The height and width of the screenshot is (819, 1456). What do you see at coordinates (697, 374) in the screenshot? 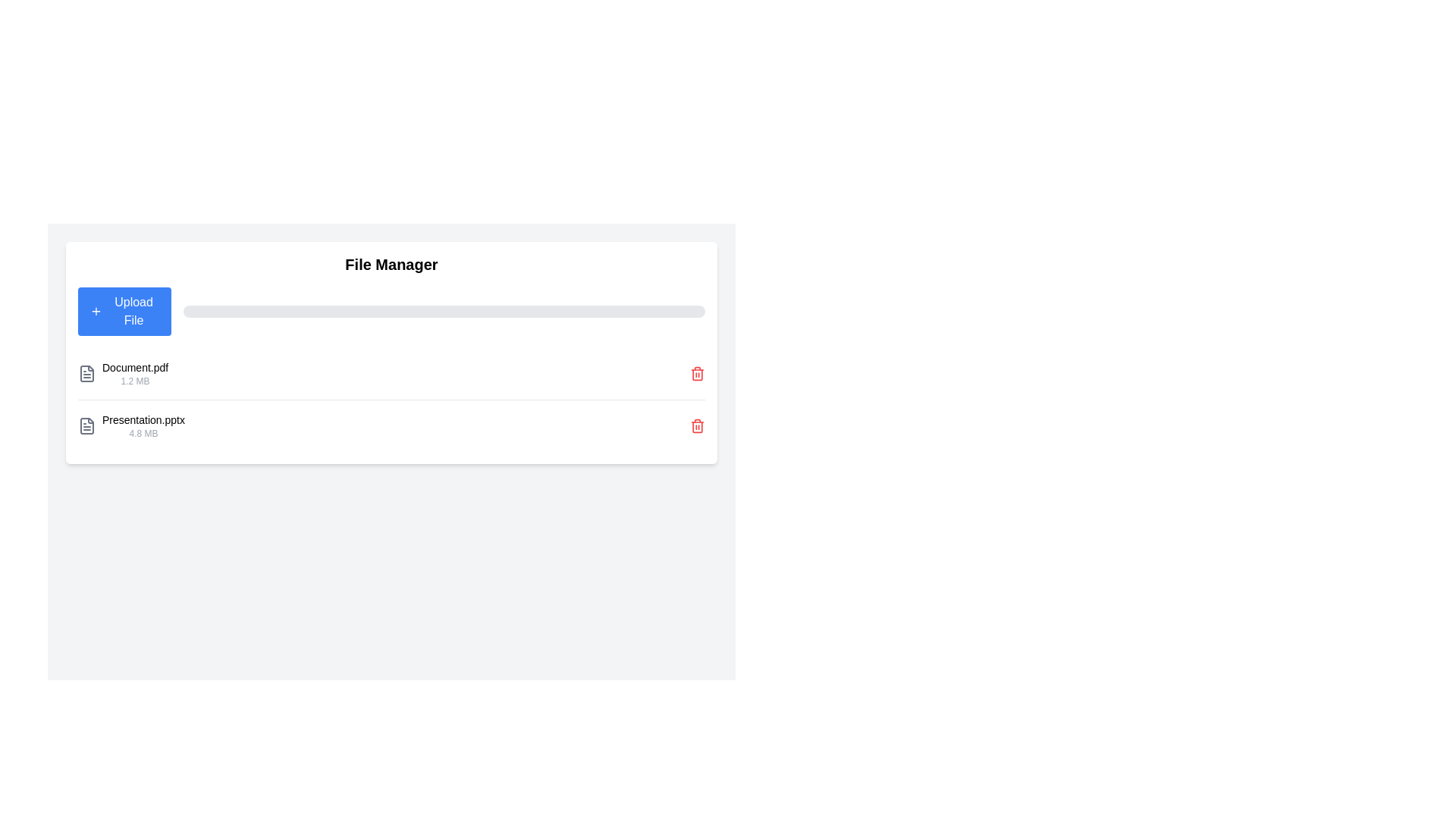
I see `the red trash icon button located at the far right of the file entry for 'Document.pdf'` at bounding box center [697, 374].